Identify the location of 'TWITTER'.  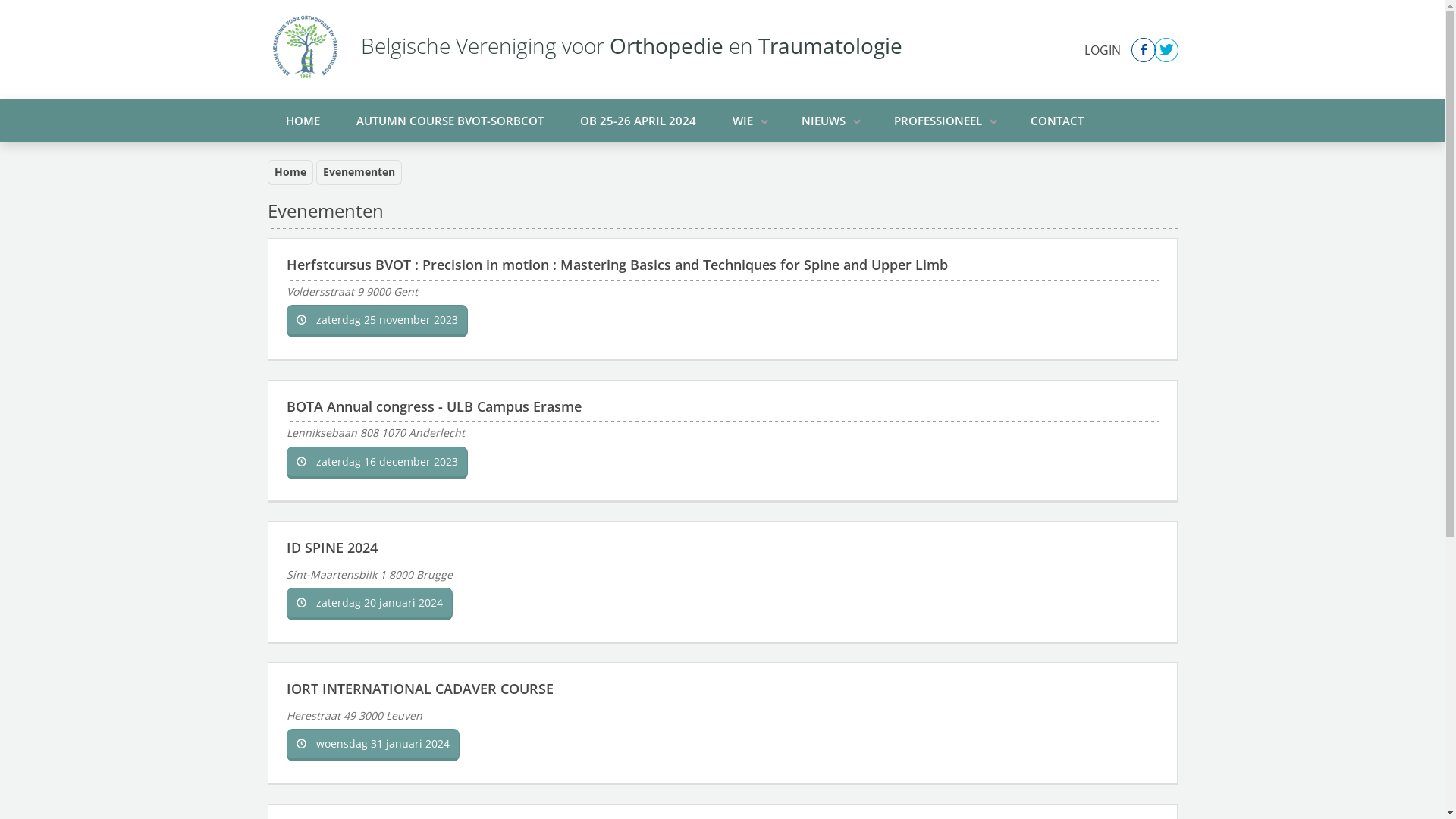
(1153, 49).